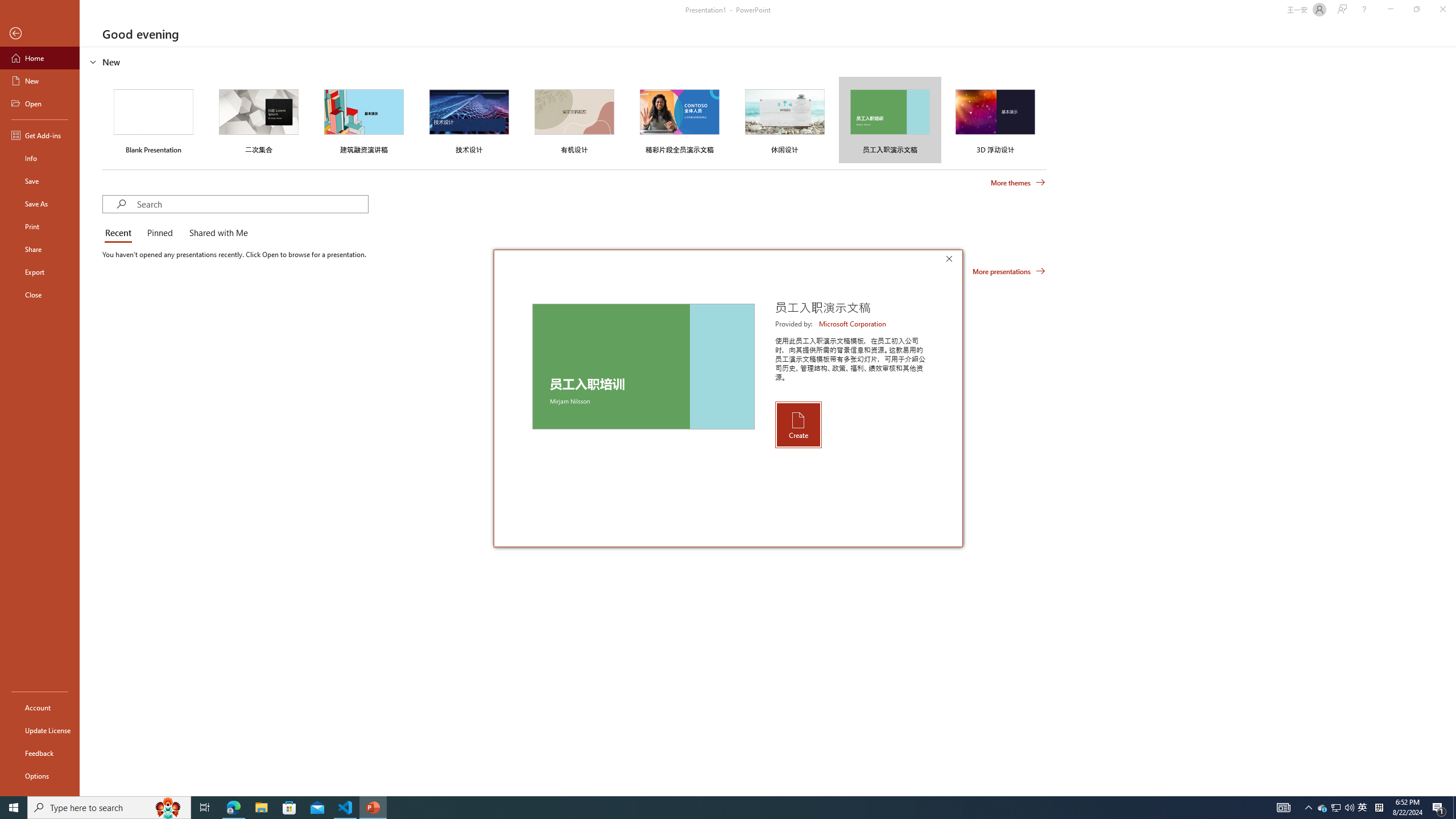 This screenshot has width=1456, height=819. What do you see at coordinates (39, 708) in the screenshot?
I see `'Account'` at bounding box center [39, 708].